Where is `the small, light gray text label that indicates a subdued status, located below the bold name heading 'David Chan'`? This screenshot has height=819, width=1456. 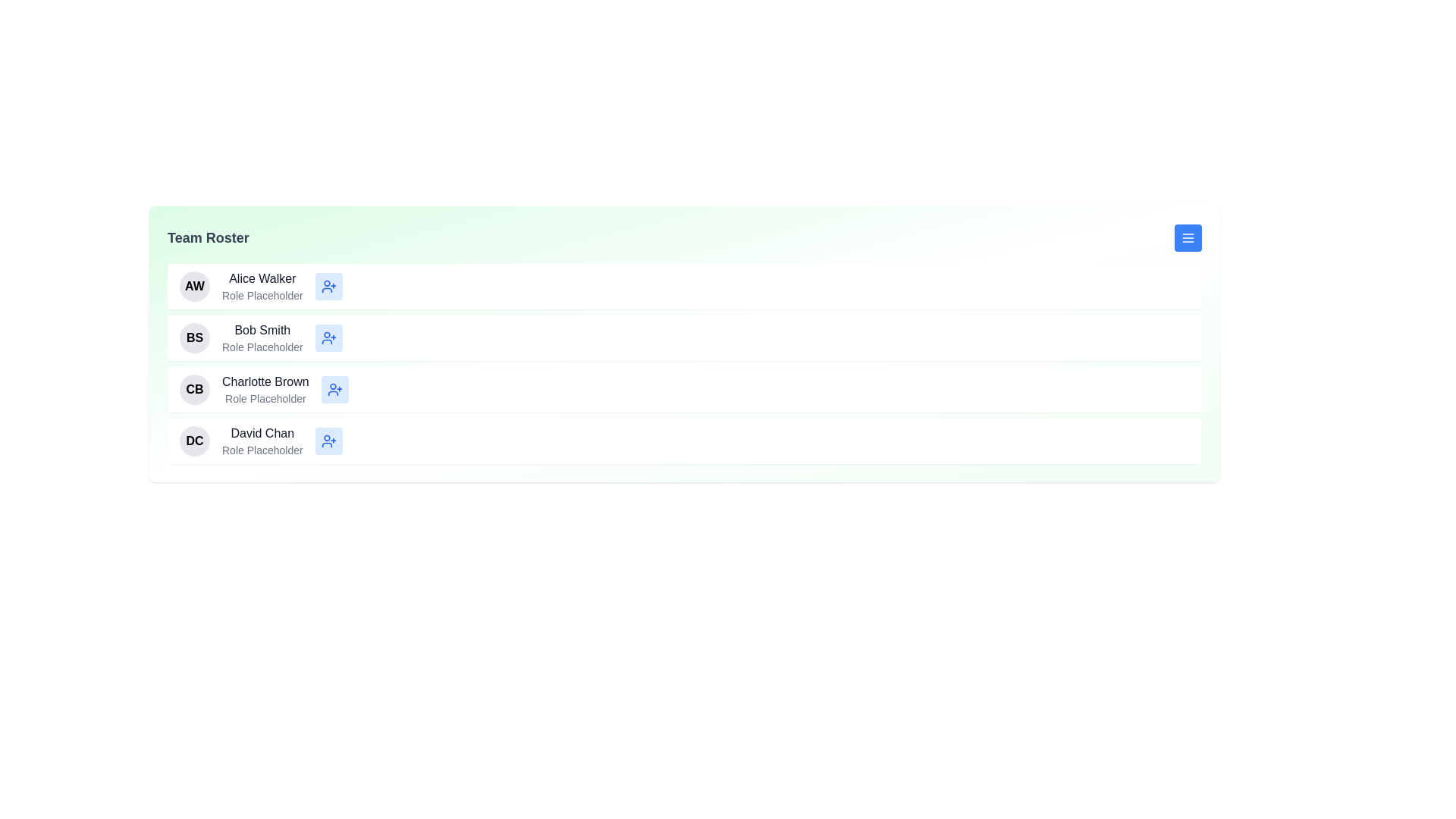 the small, light gray text label that indicates a subdued status, located below the bold name heading 'David Chan' is located at coordinates (262, 450).